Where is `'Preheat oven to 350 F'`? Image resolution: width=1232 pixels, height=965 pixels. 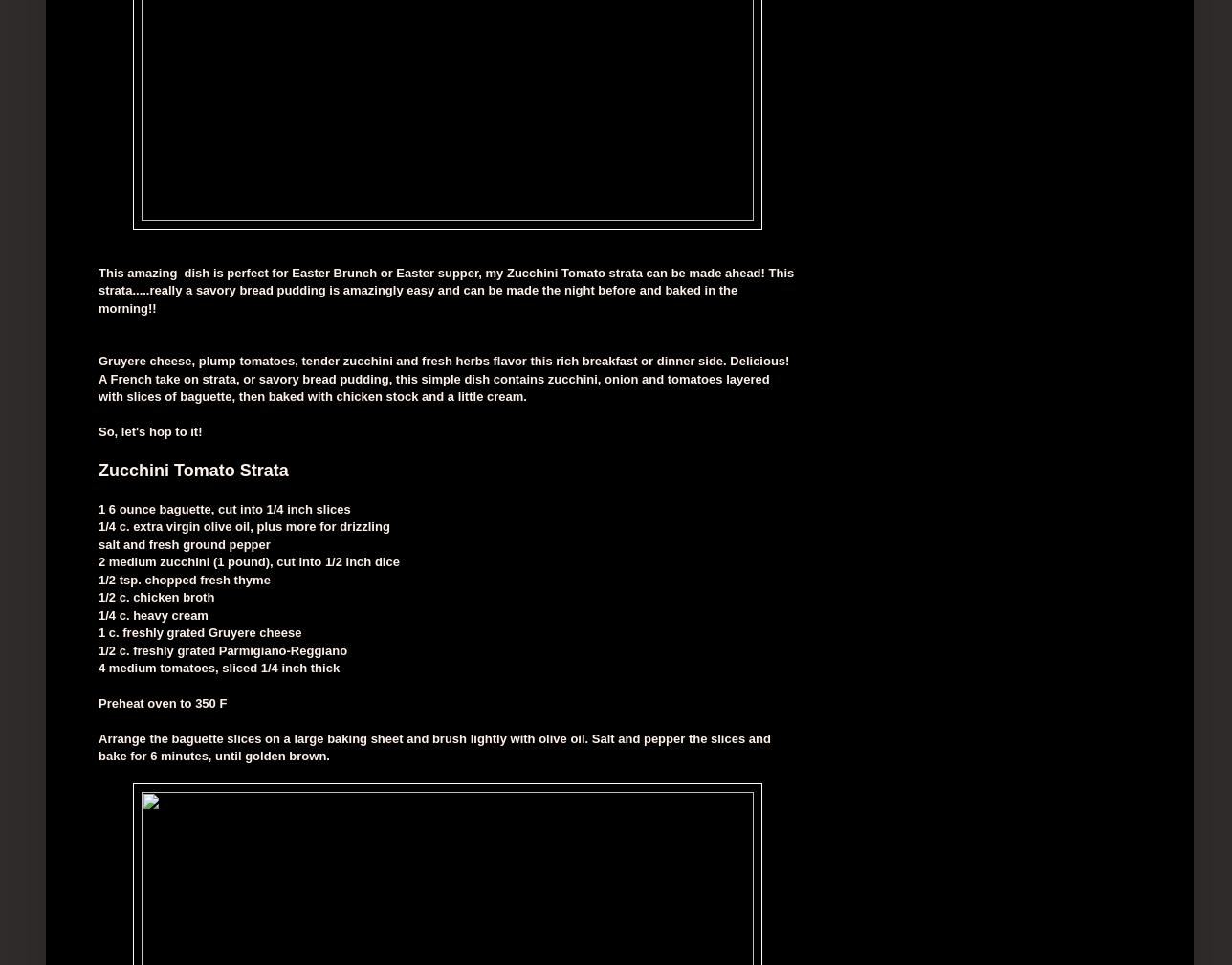 'Preheat oven to 350 F' is located at coordinates (163, 702).